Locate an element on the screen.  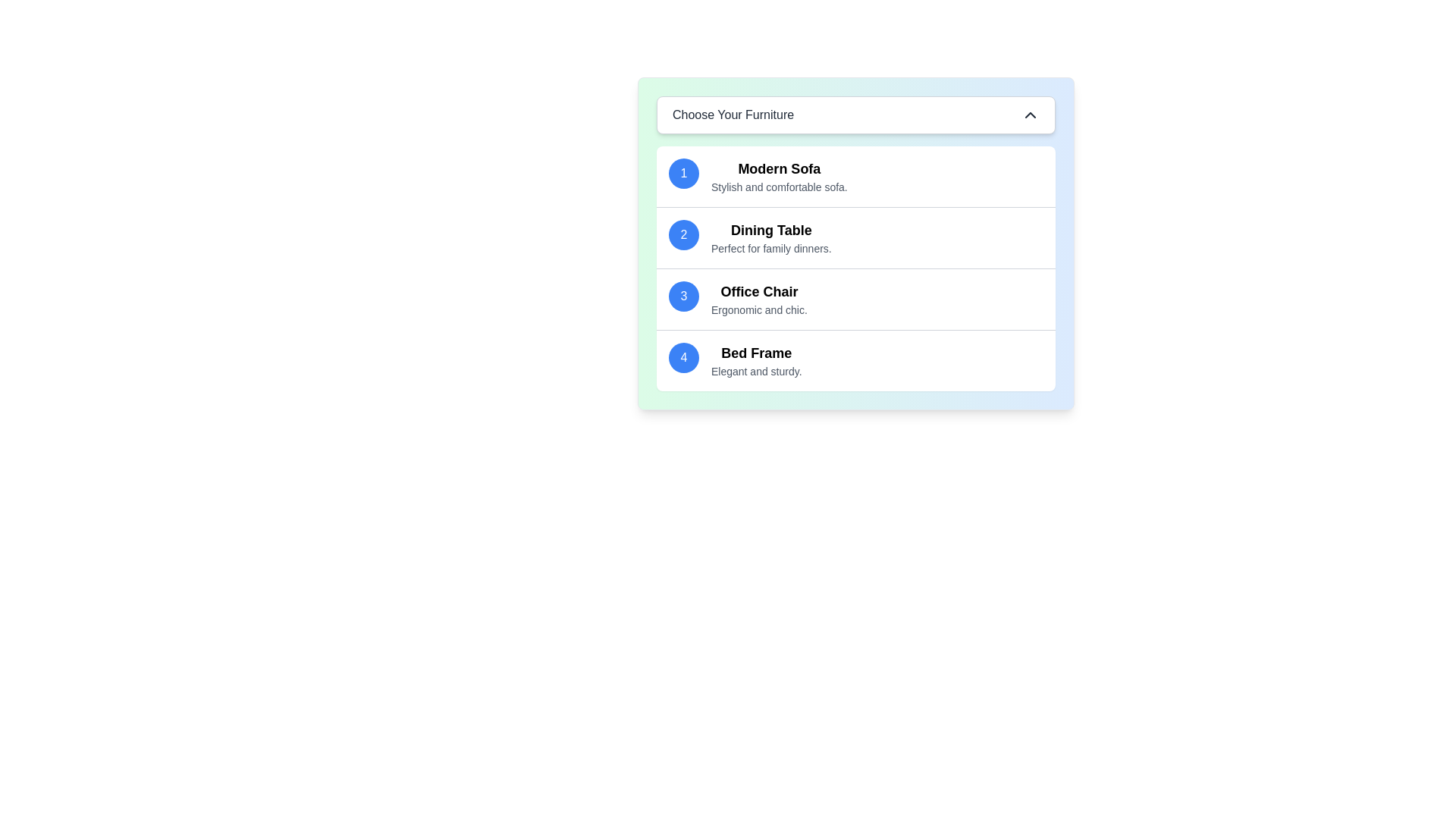
the circular badge located on the left side of the 'Bed Frame' row item in the vertical list layout is located at coordinates (683, 357).